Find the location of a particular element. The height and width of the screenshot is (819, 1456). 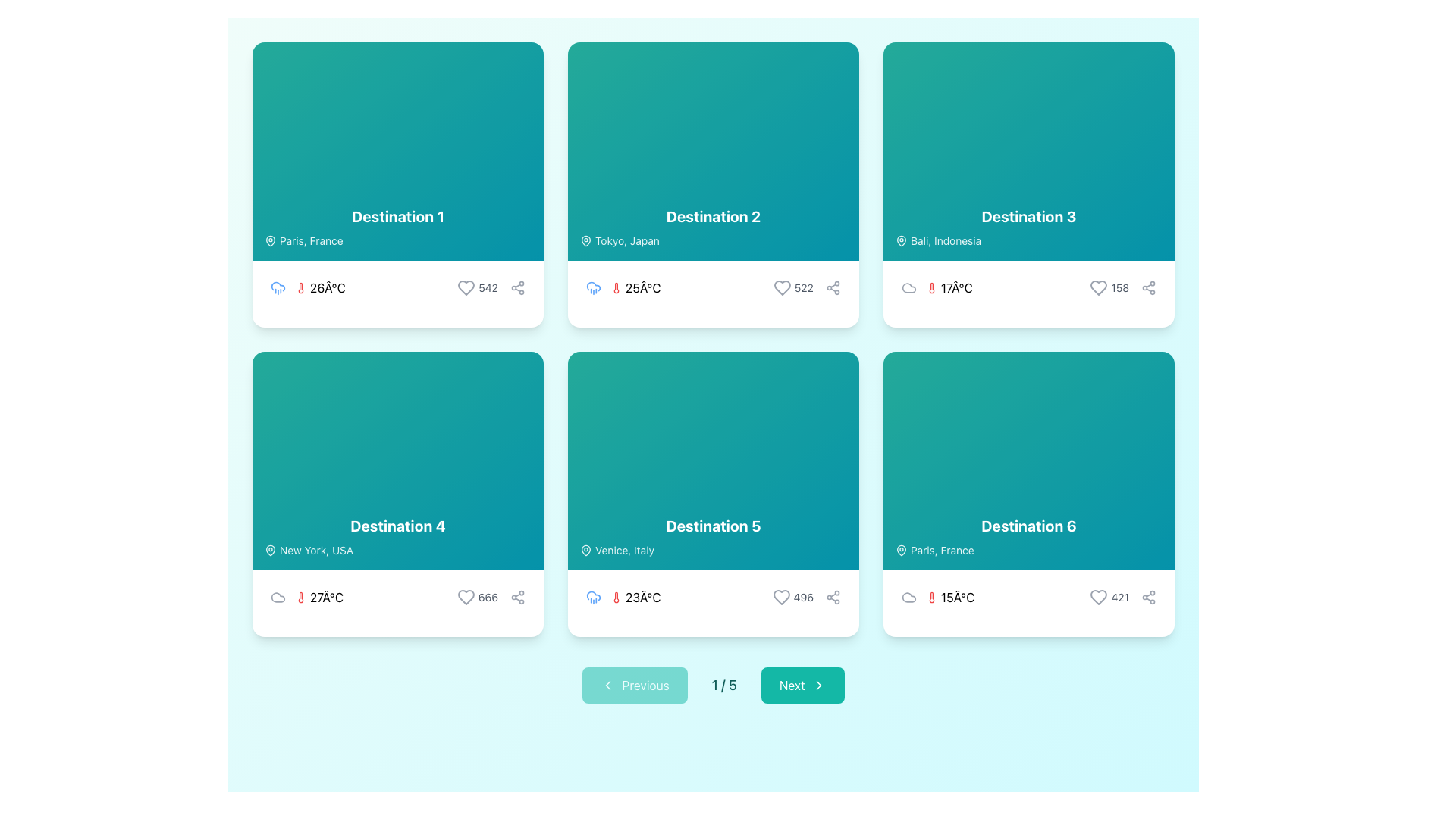

the interactive counter with a heart icon displaying the number of likes in the bottom-right section of the fifth destination card is located at coordinates (792, 596).